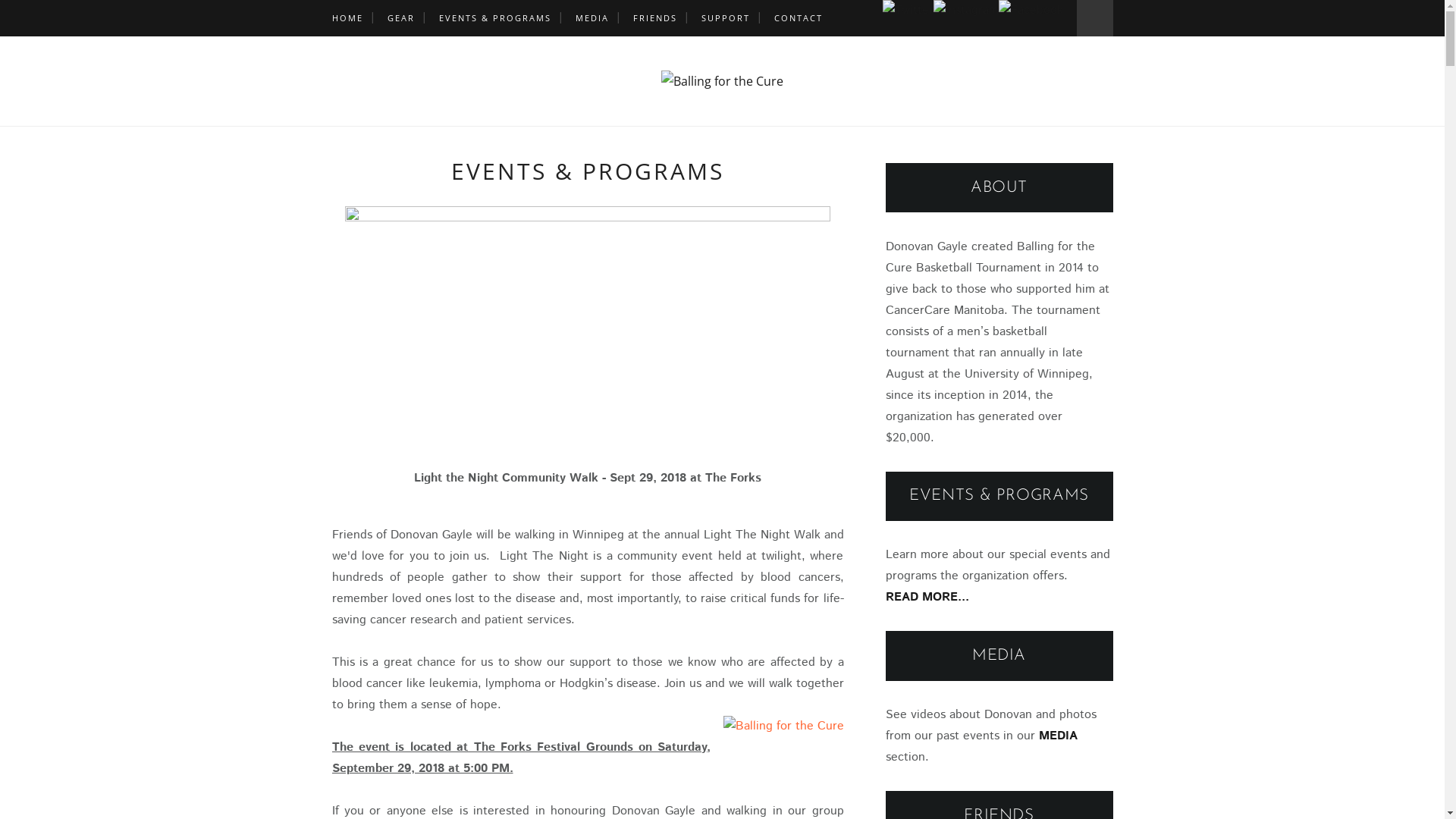 The image size is (1456, 819). What do you see at coordinates (908, 11) in the screenshot?
I see `'Twitter'` at bounding box center [908, 11].